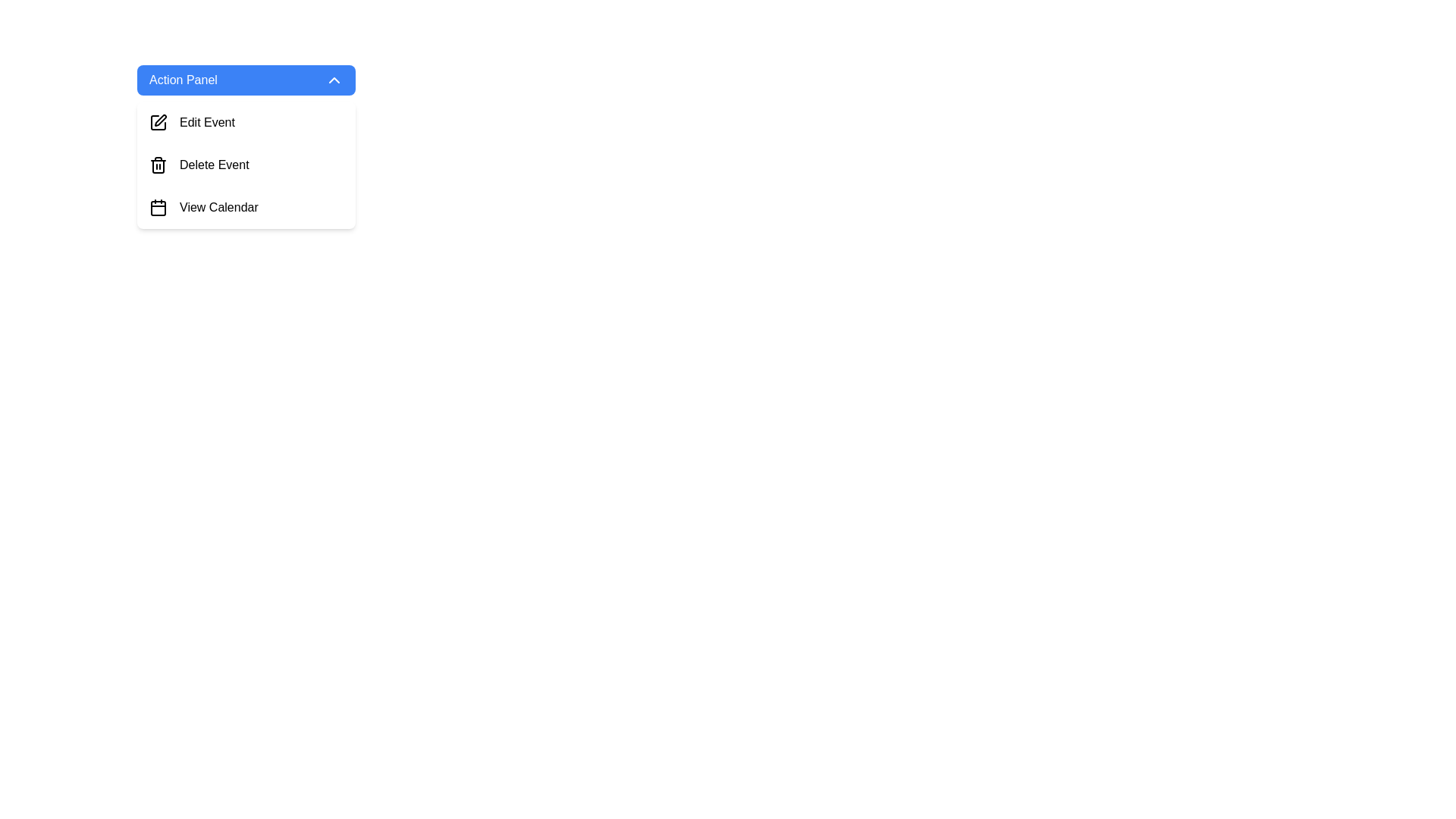 The width and height of the screenshot is (1456, 819). What do you see at coordinates (158, 165) in the screenshot?
I see `the delete icon located to the left of the 'Delete Event' text in the 'Action Panel' dropdown menu` at bounding box center [158, 165].